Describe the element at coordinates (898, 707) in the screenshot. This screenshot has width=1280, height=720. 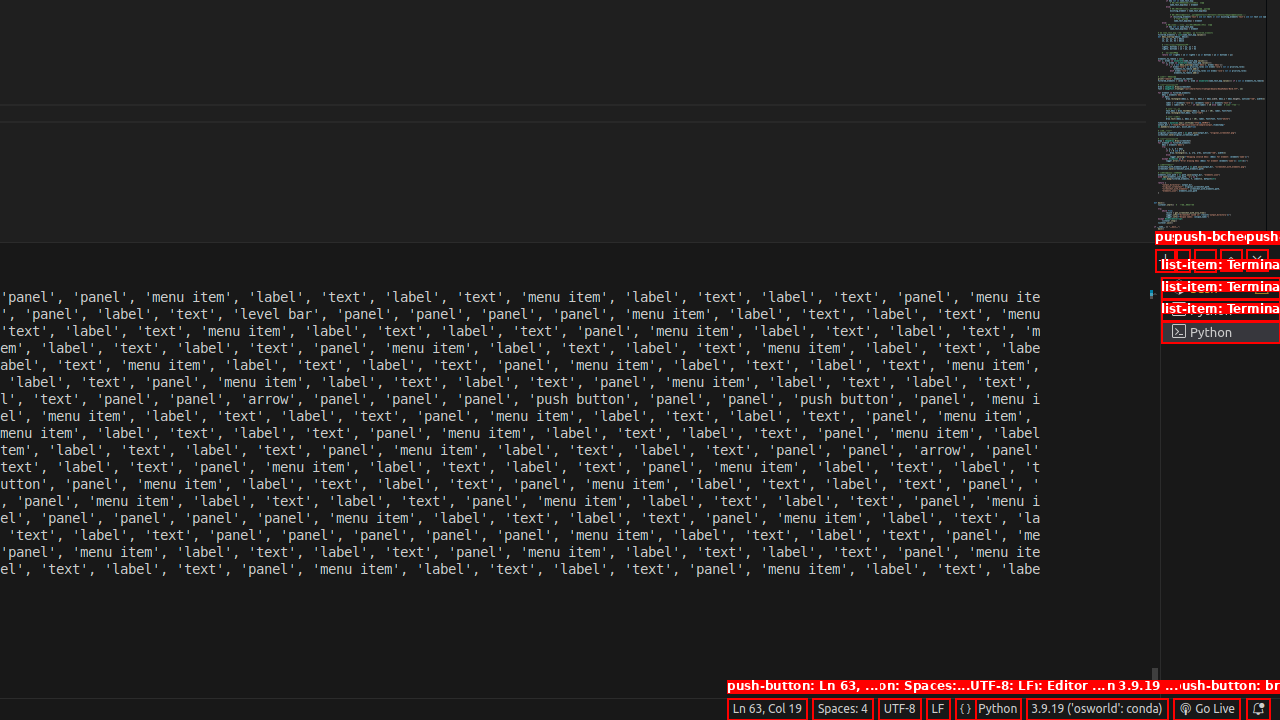
I see `'UTF-8'` at that location.